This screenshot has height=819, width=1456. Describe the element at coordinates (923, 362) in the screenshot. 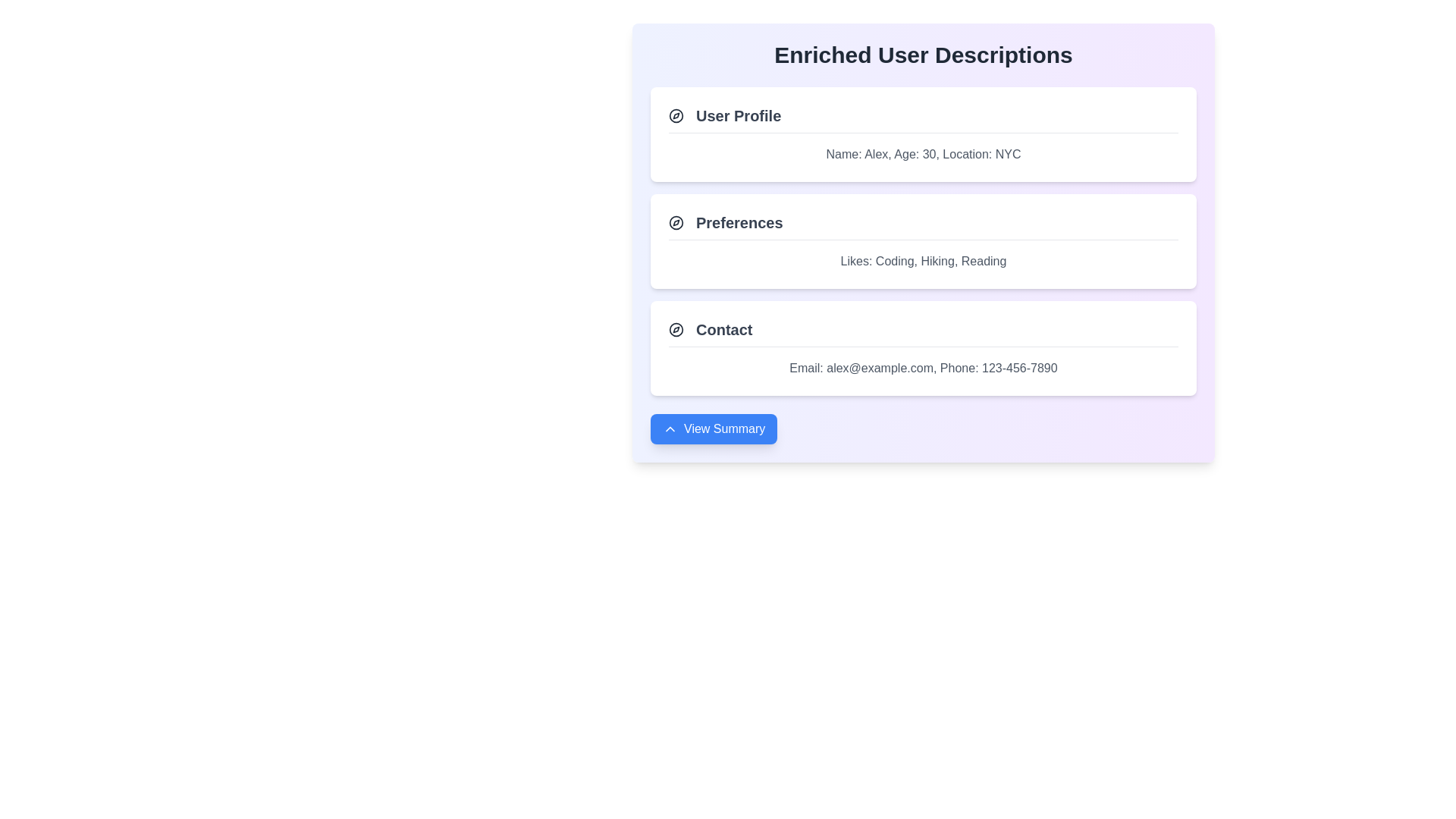

I see `the text block displaying contact information (Email: alex@example.com, Phone: 123-456-7890) located below the 'Contact' title` at that location.